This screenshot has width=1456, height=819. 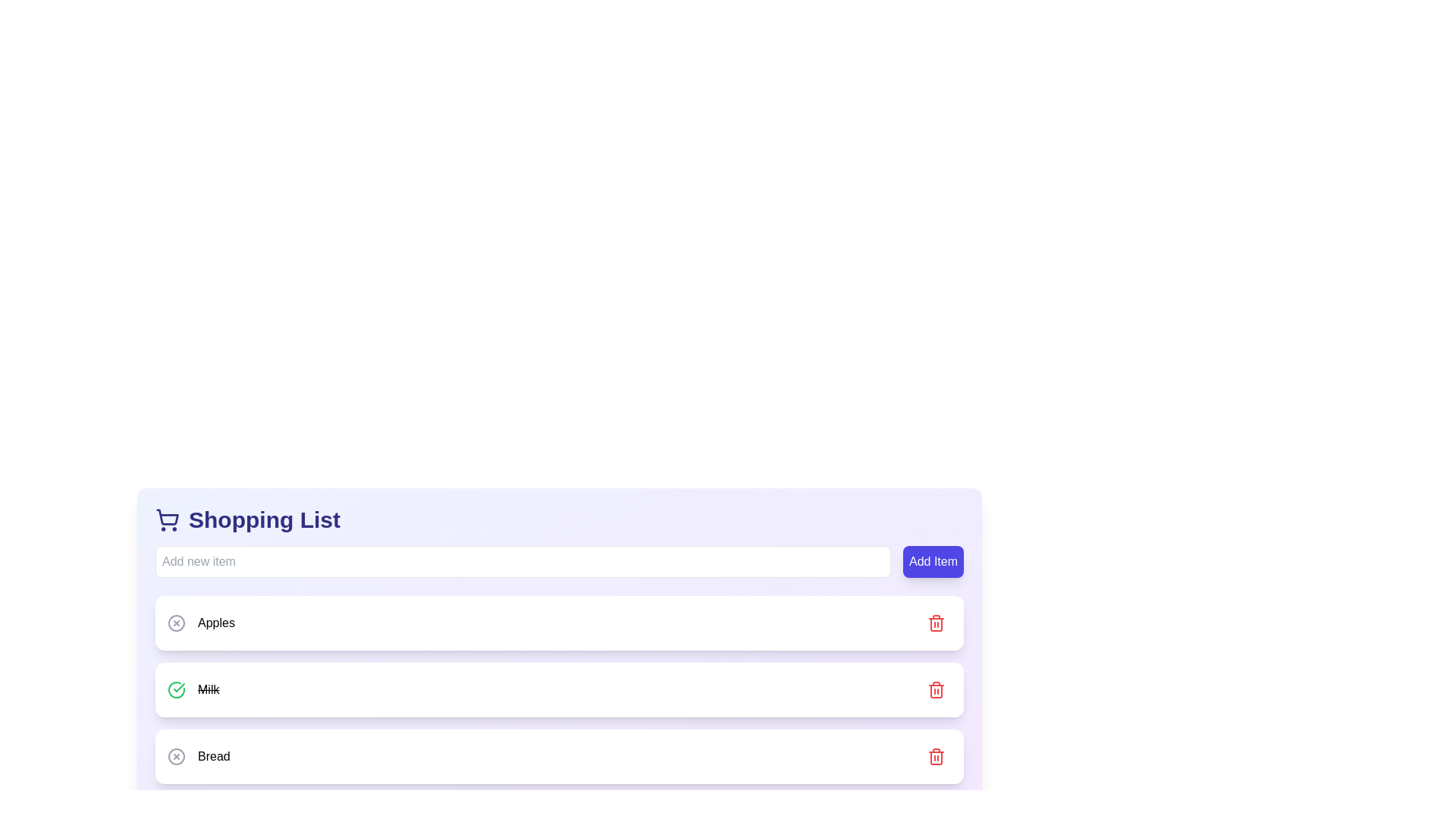 What do you see at coordinates (177, 690) in the screenshot?
I see `the circular icon within the SVG group that is adjacent to the text 'Milk' in the shopping list interface` at bounding box center [177, 690].